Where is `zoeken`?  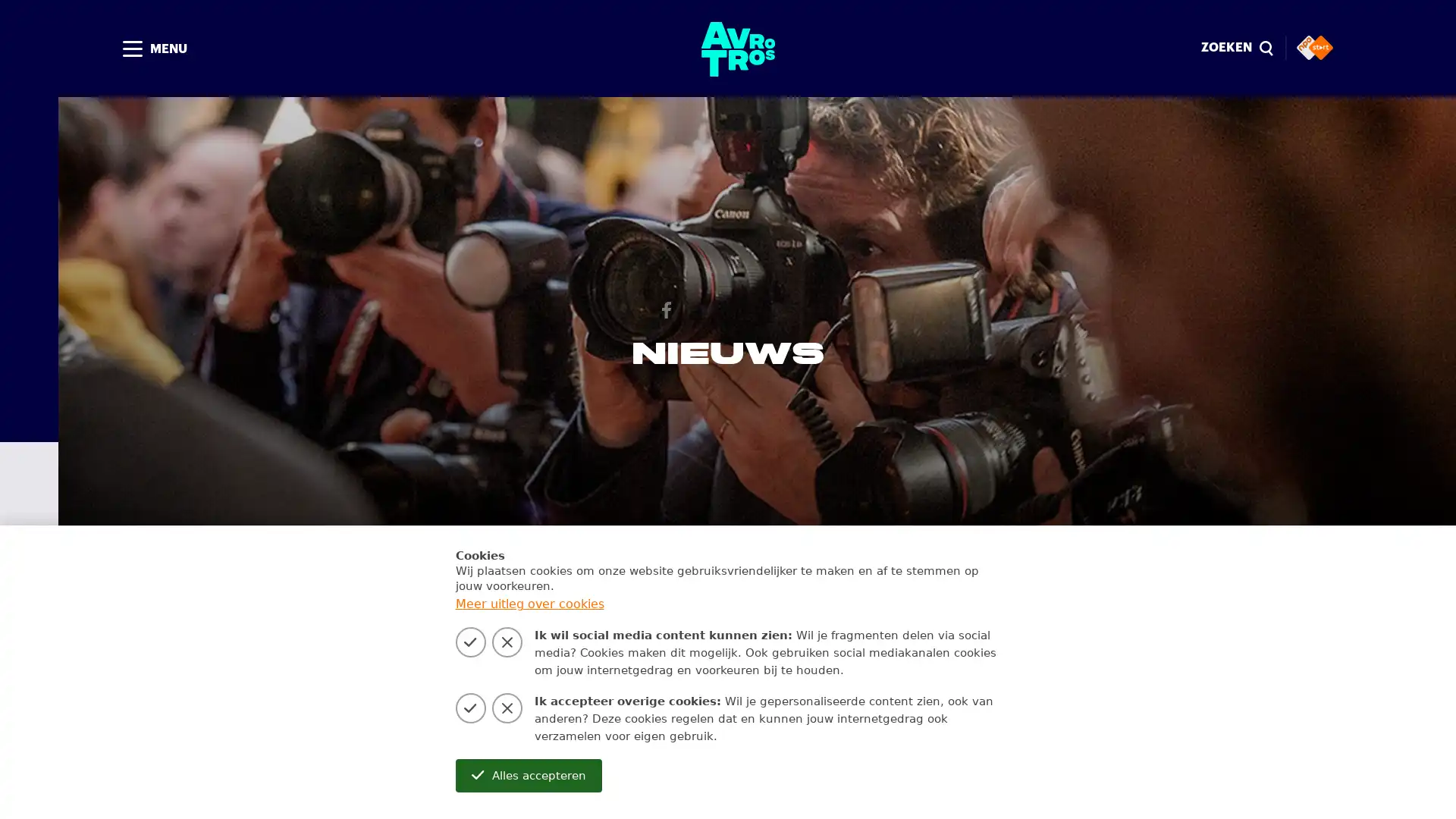 zoeken is located at coordinates (851, 625).